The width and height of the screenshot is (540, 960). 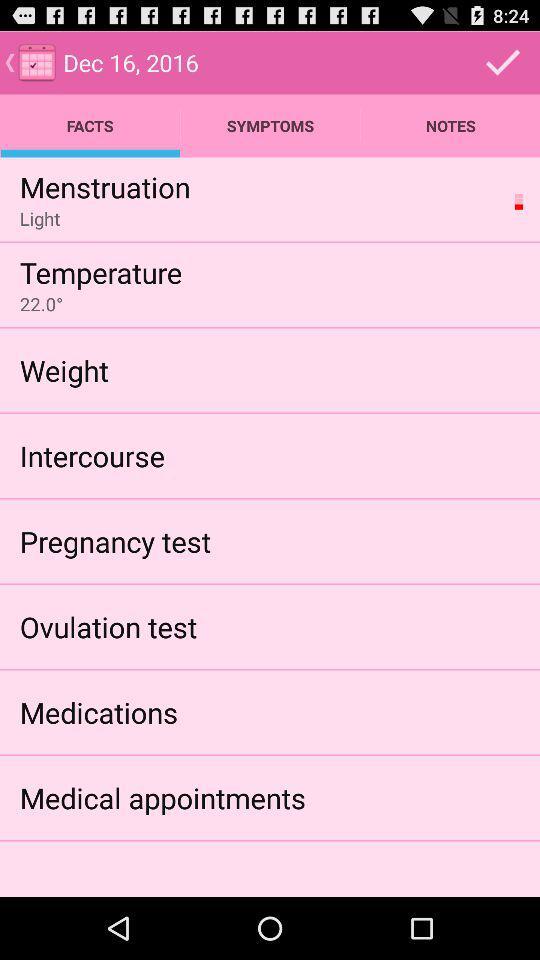 I want to click on the icon above medications app, so click(x=108, y=625).